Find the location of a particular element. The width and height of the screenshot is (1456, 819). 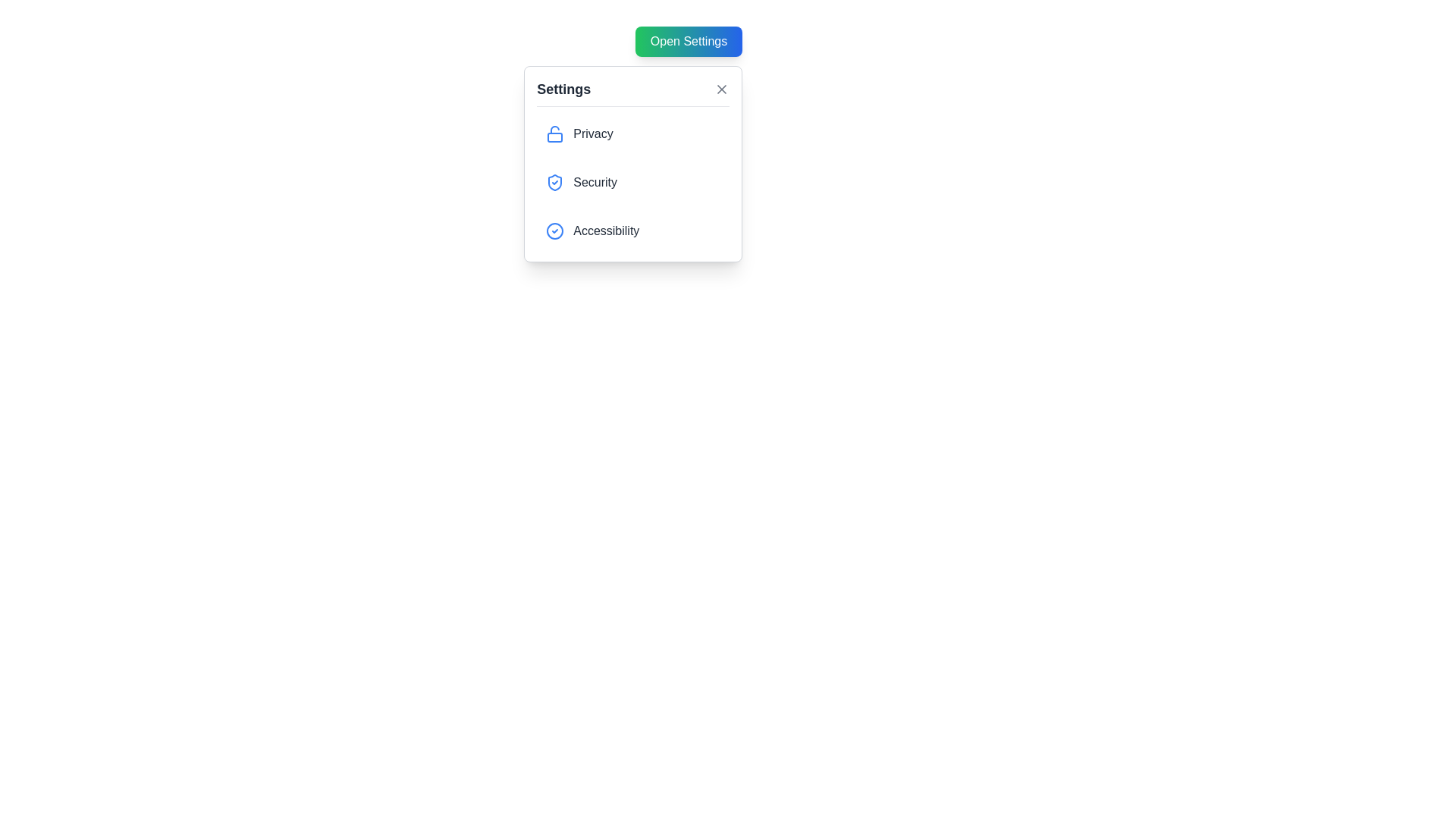

to select the 'Accessibility' menu option, which is the third item in the vertical list of settings options, following 'Privacy' and 'Security' is located at coordinates (633, 231).